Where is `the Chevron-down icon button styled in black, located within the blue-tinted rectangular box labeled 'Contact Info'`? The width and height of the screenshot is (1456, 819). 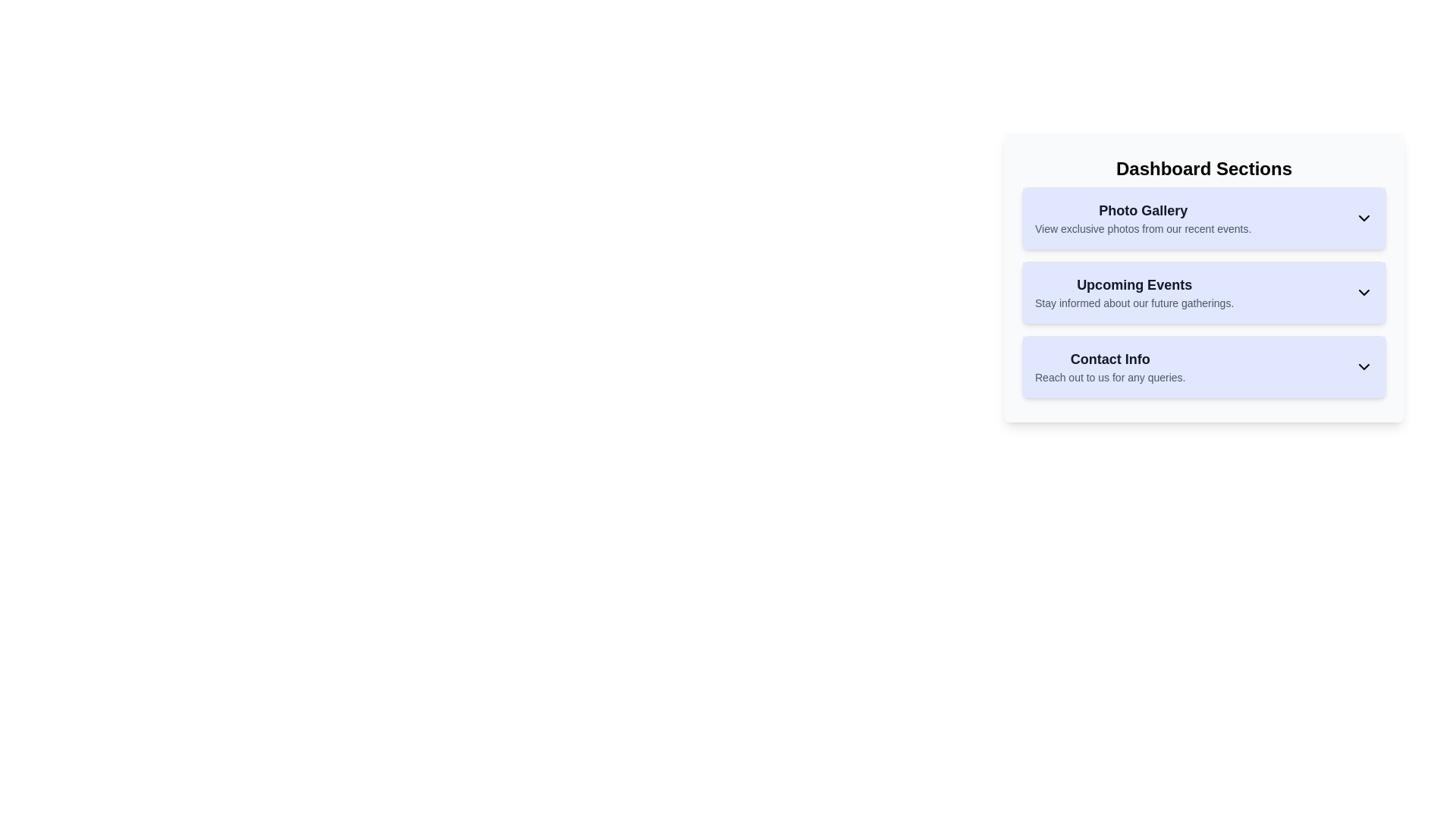
the Chevron-down icon button styled in black, located within the blue-tinted rectangular box labeled 'Contact Info' is located at coordinates (1364, 366).